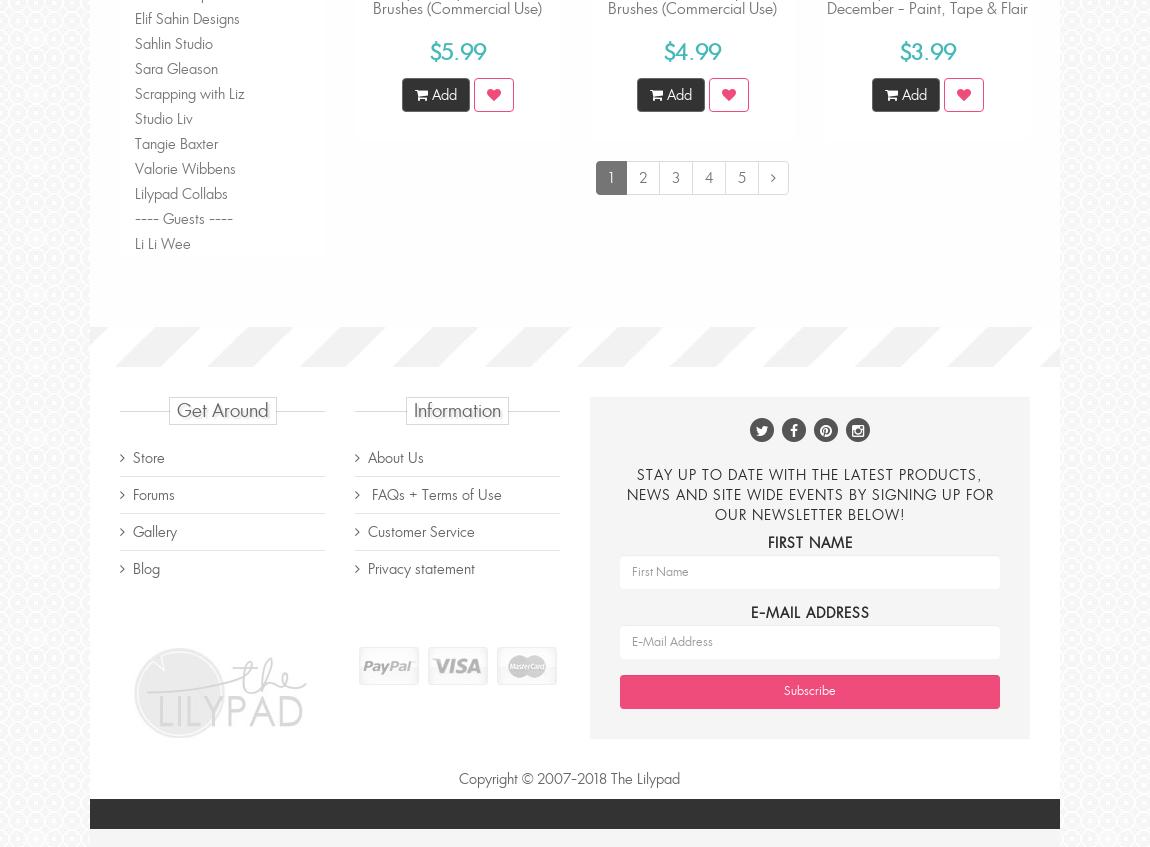 The height and width of the screenshot is (847, 1150). I want to click on 'E-Mail Address', so click(808, 610).